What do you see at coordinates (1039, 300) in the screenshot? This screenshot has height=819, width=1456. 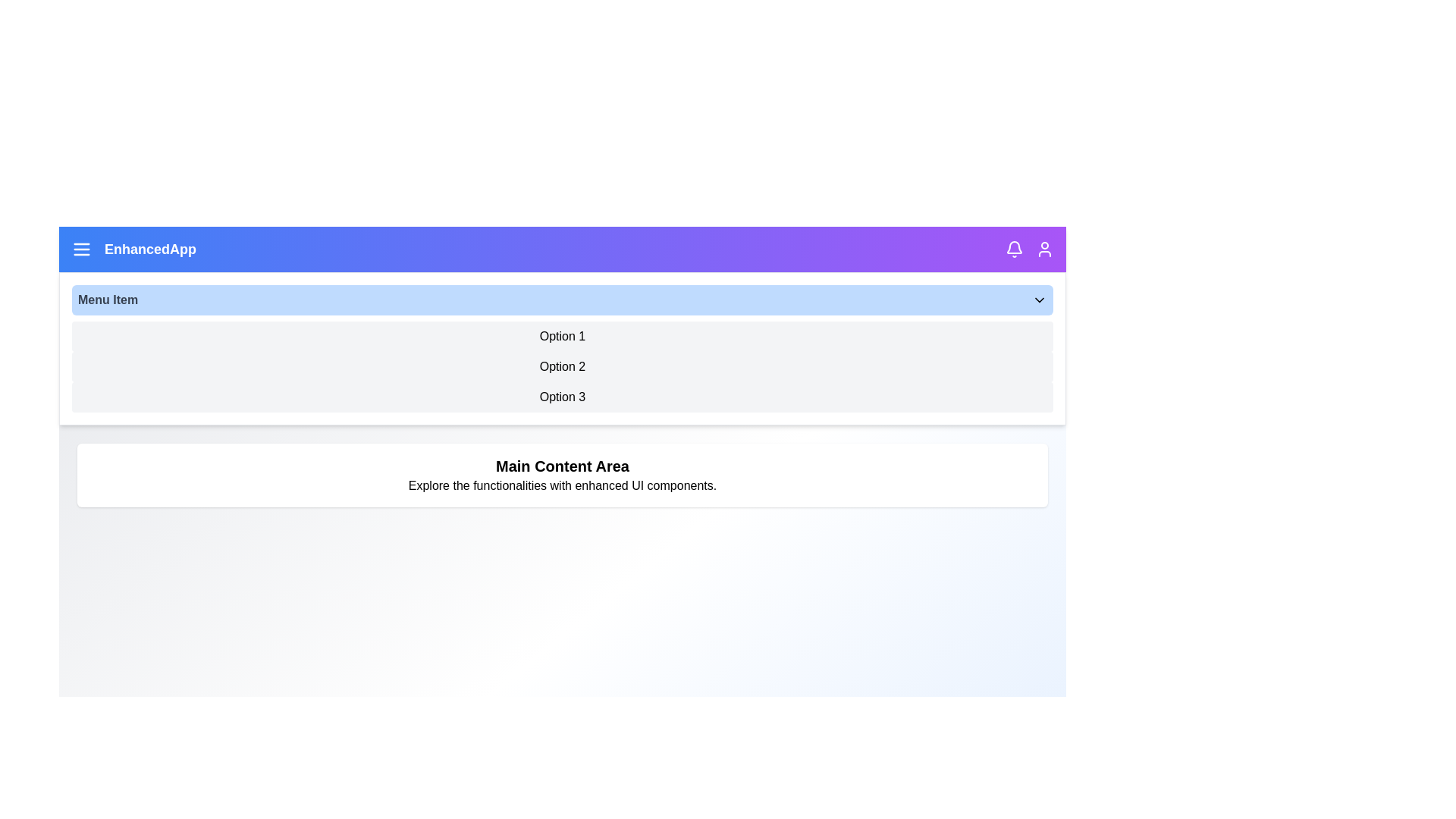 I see `the dropdown toggle button to toggle the visibility of the dropdown menu` at bounding box center [1039, 300].